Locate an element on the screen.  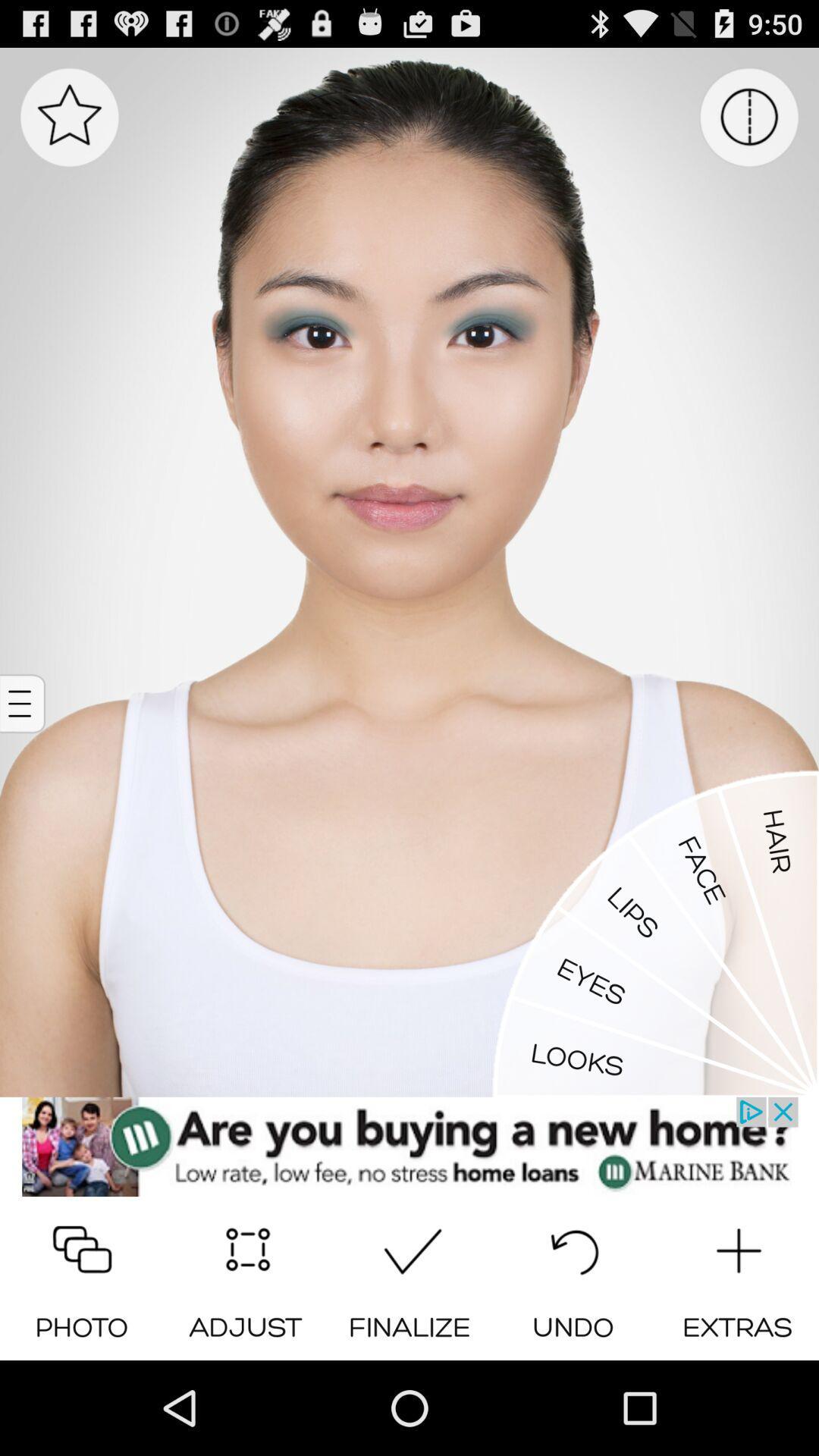
the symbol above finalize is located at coordinates (409, 1245).